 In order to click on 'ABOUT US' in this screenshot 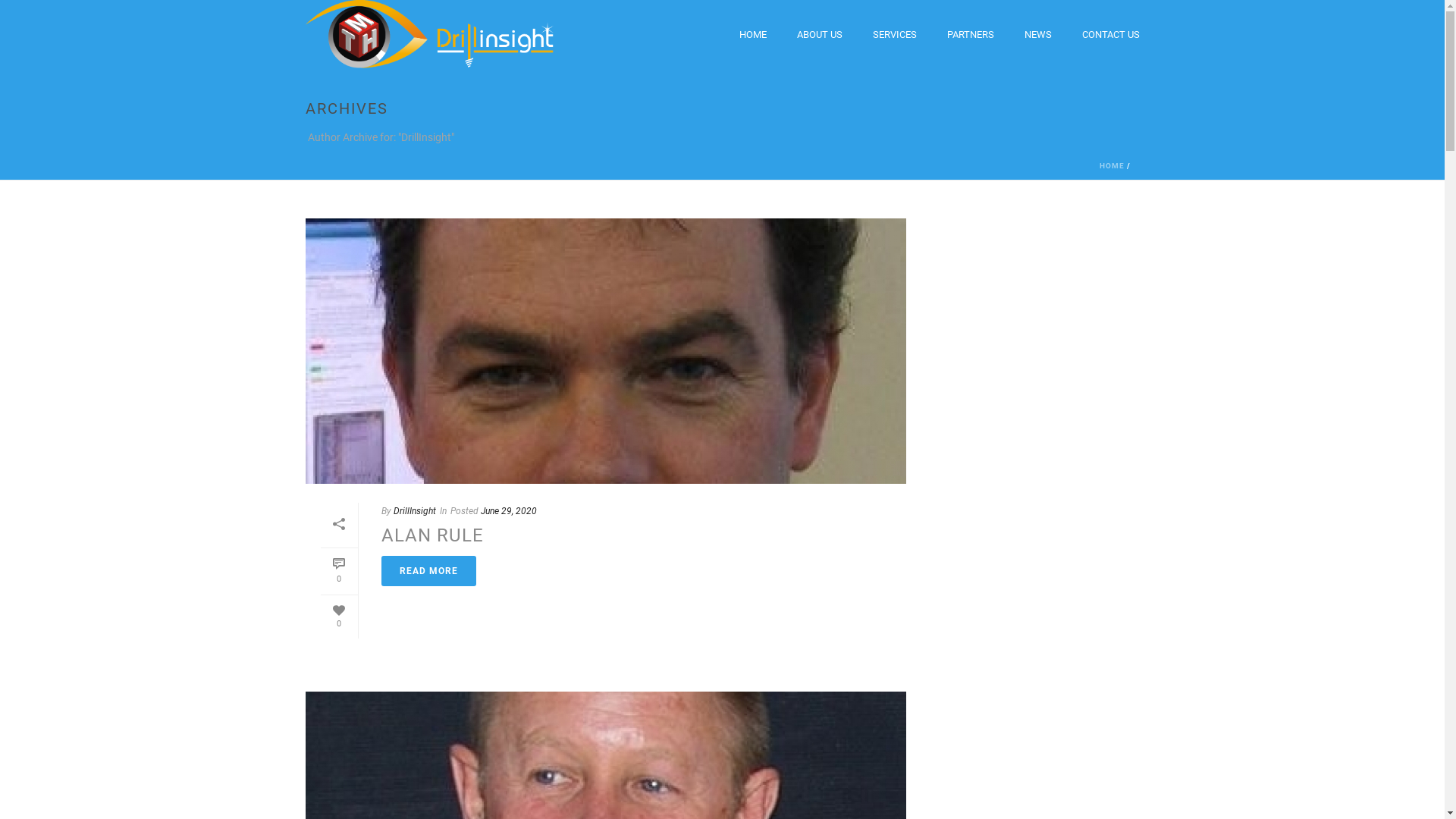, I will do `click(818, 34)`.